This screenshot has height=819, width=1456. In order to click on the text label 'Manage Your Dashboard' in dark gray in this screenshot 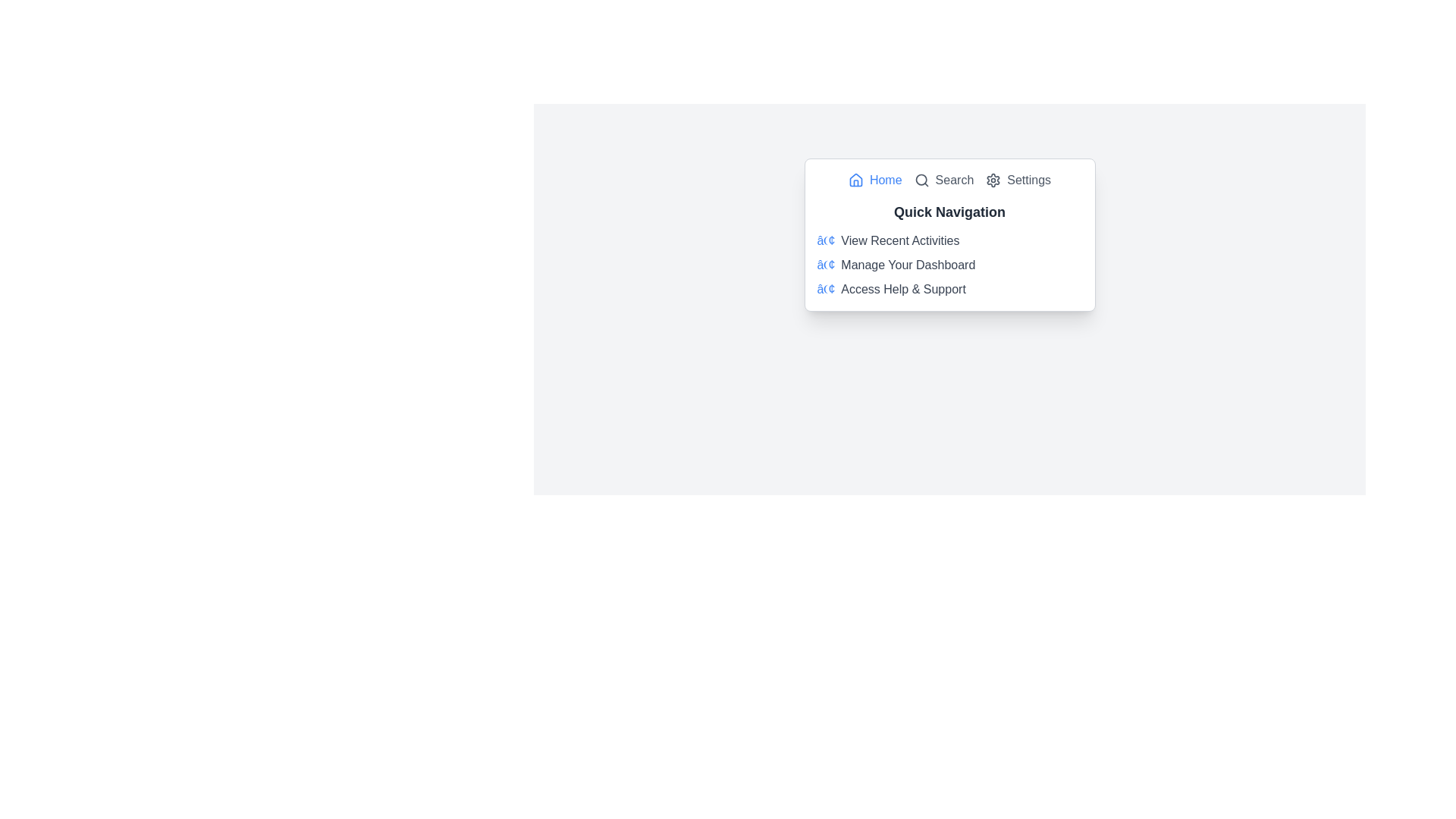, I will do `click(908, 265)`.